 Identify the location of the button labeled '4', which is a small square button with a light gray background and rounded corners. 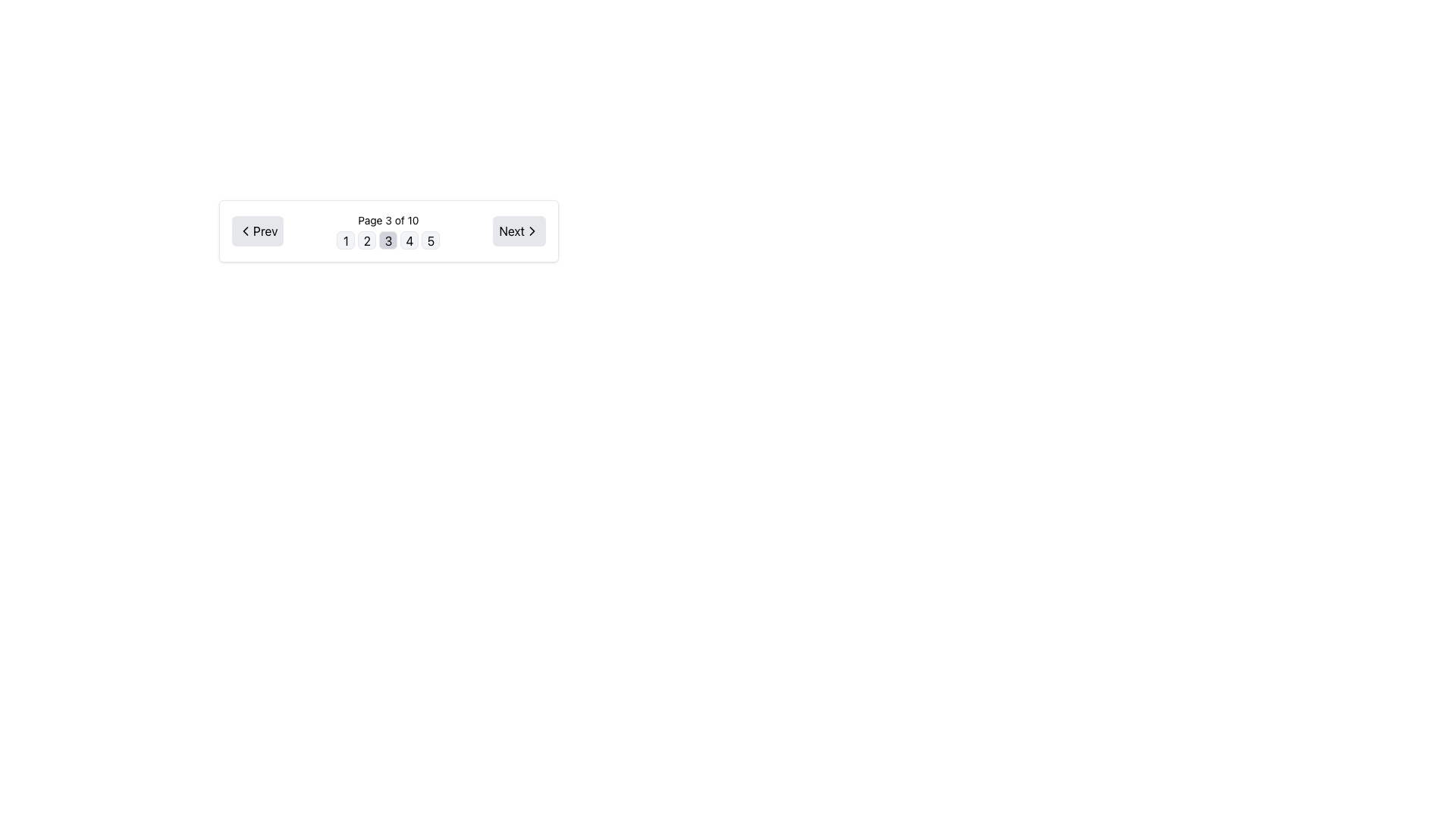
(409, 239).